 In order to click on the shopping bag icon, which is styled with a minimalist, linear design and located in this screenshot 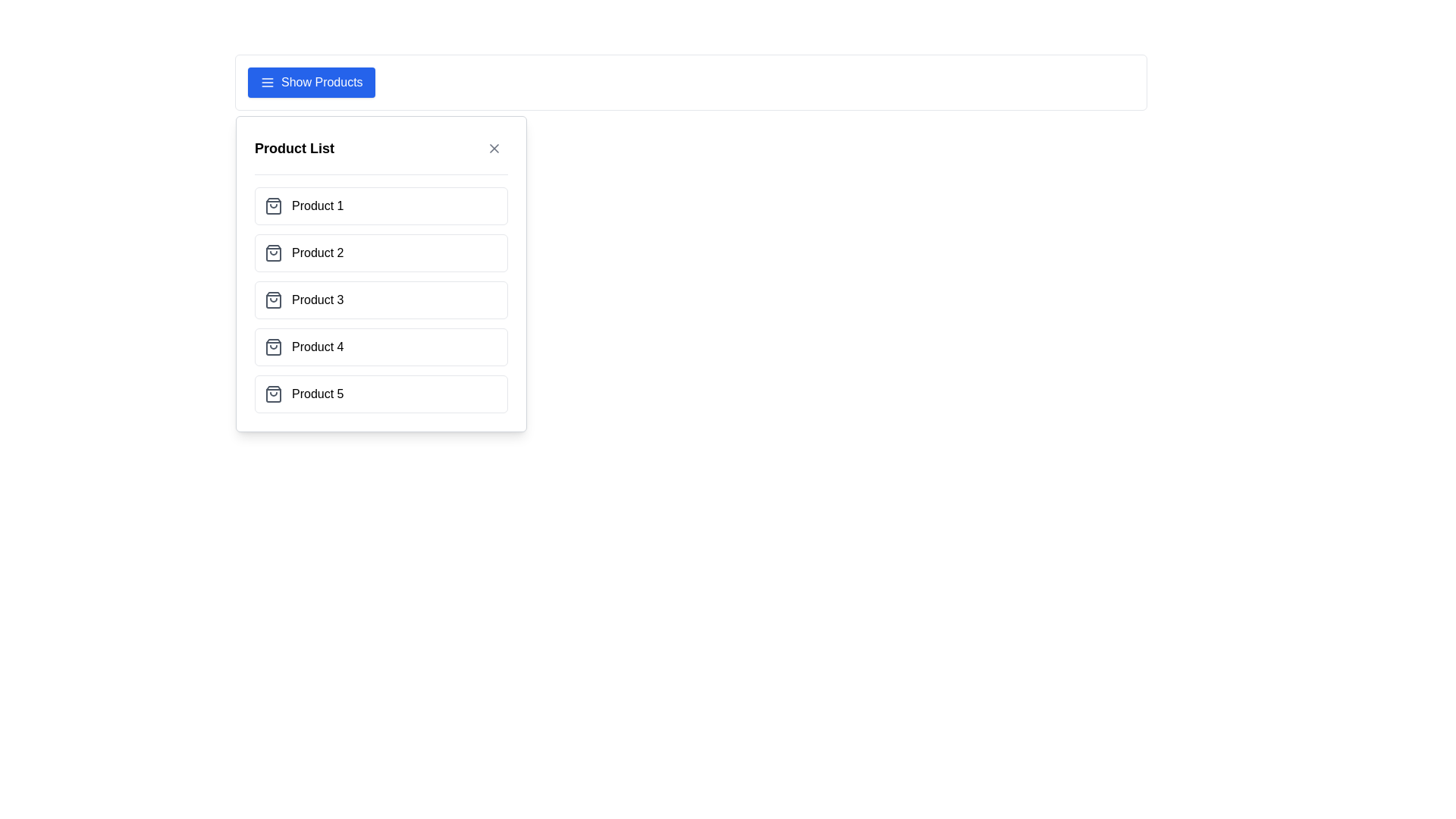, I will do `click(273, 253)`.